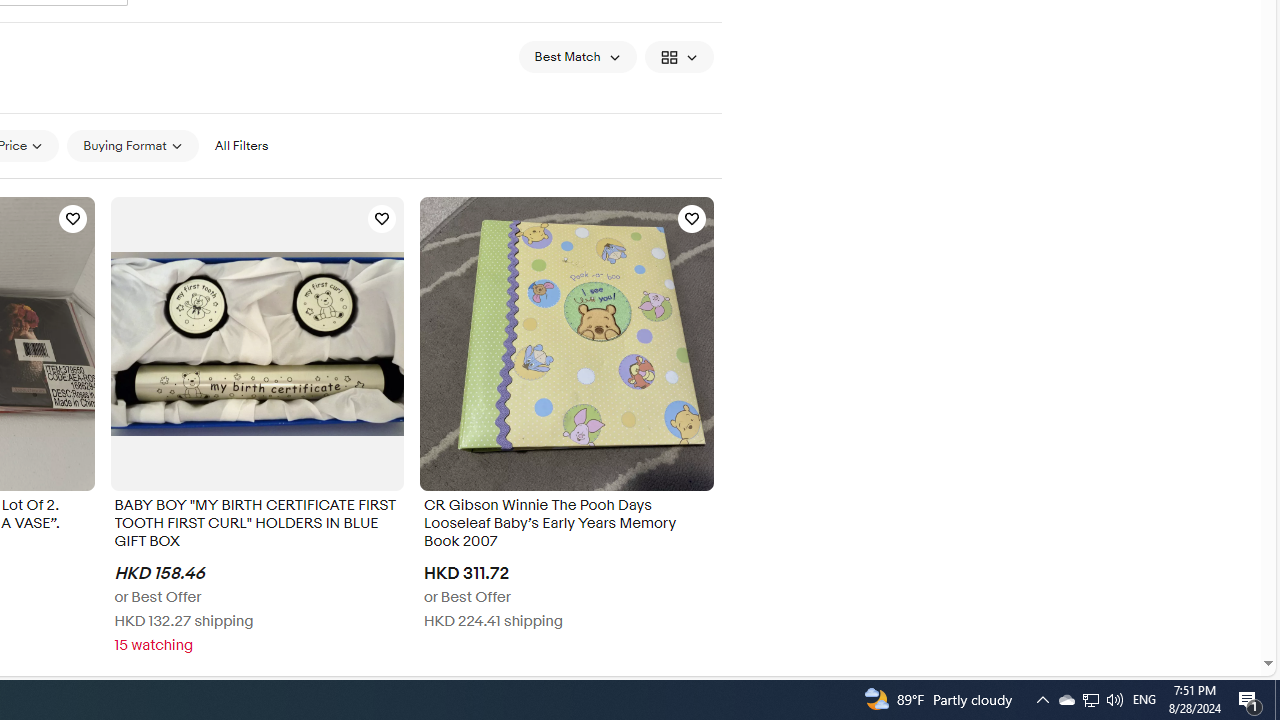  What do you see at coordinates (131, 145) in the screenshot?
I see `'Buying Format'` at bounding box center [131, 145].